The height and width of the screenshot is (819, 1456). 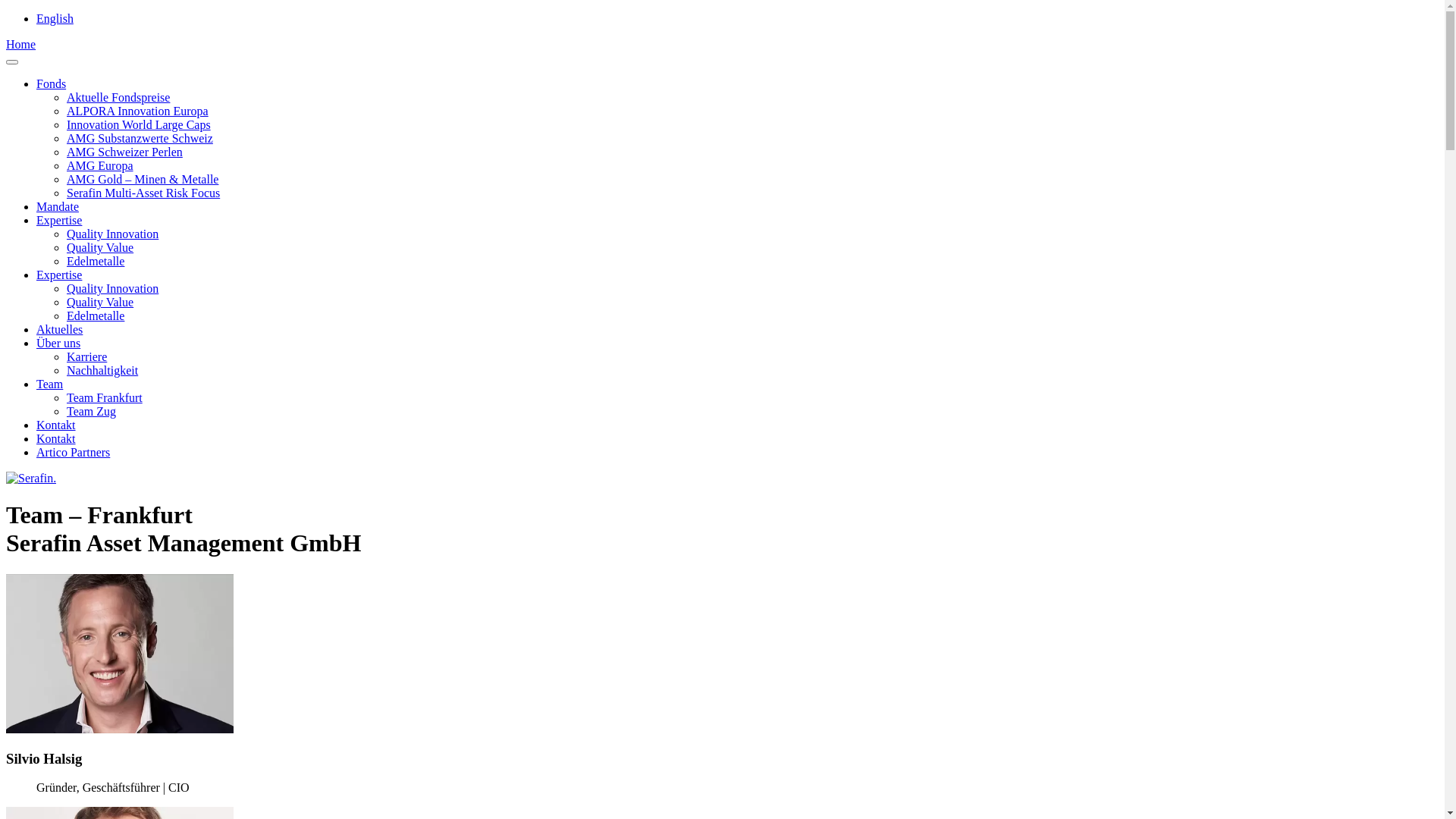 What do you see at coordinates (86, 356) in the screenshot?
I see `'Karriere'` at bounding box center [86, 356].